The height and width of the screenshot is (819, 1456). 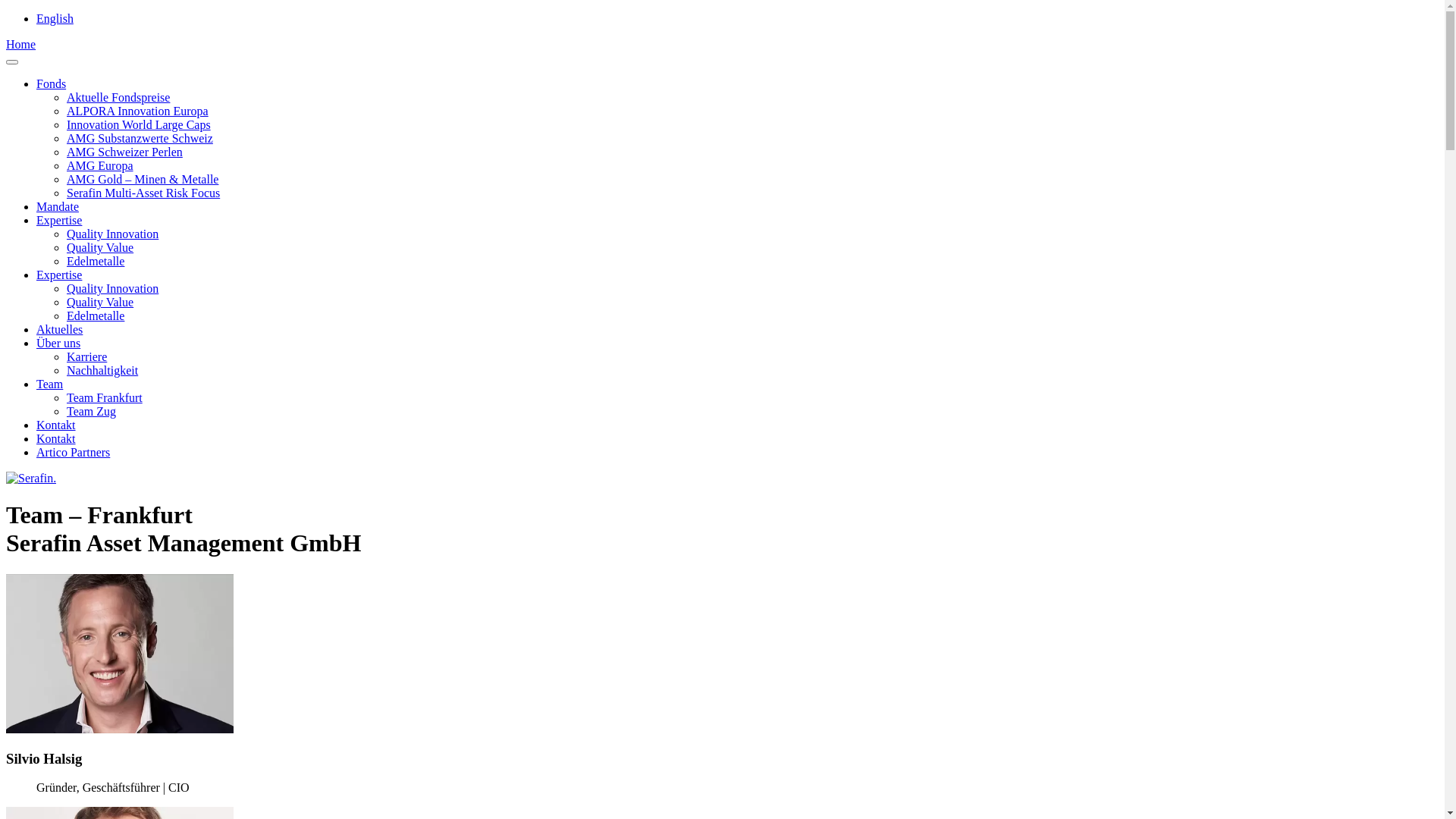 What do you see at coordinates (86, 356) in the screenshot?
I see `'Karriere'` at bounding box center [86, 356].